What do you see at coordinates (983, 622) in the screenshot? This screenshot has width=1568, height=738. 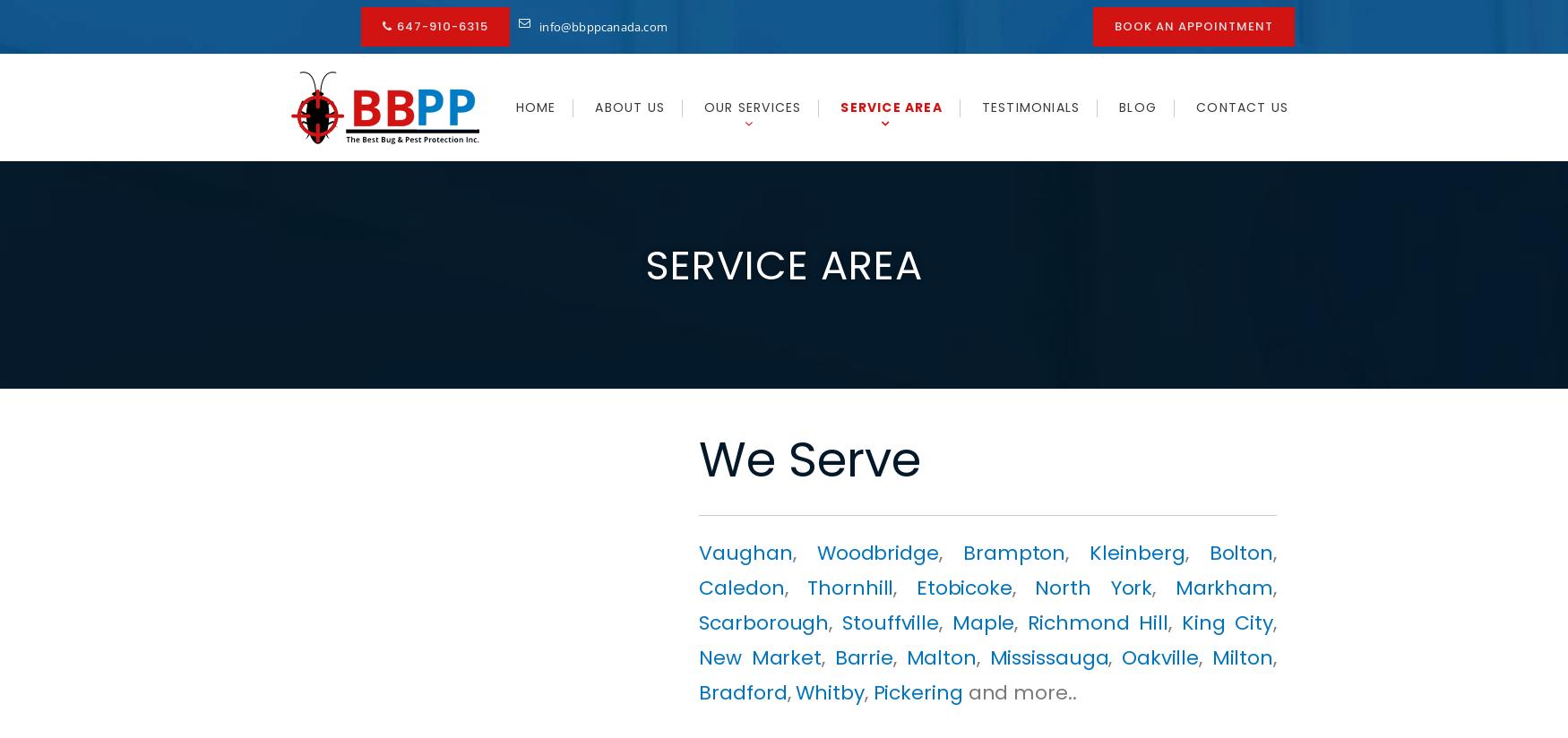 I see `'Maple'` at bounding box center [983, 622].